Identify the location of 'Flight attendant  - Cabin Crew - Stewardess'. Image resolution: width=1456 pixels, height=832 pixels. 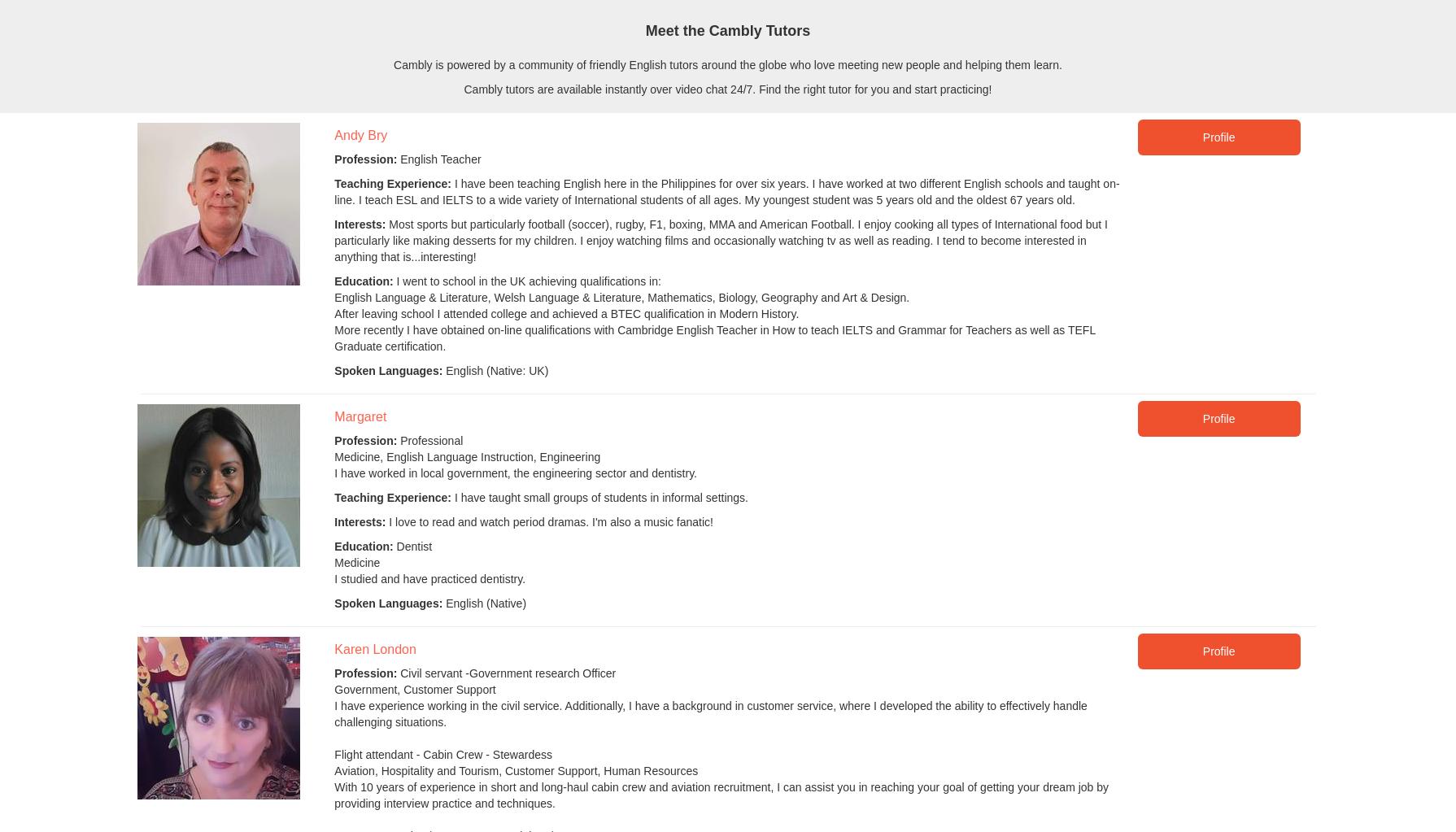
(442, 753).